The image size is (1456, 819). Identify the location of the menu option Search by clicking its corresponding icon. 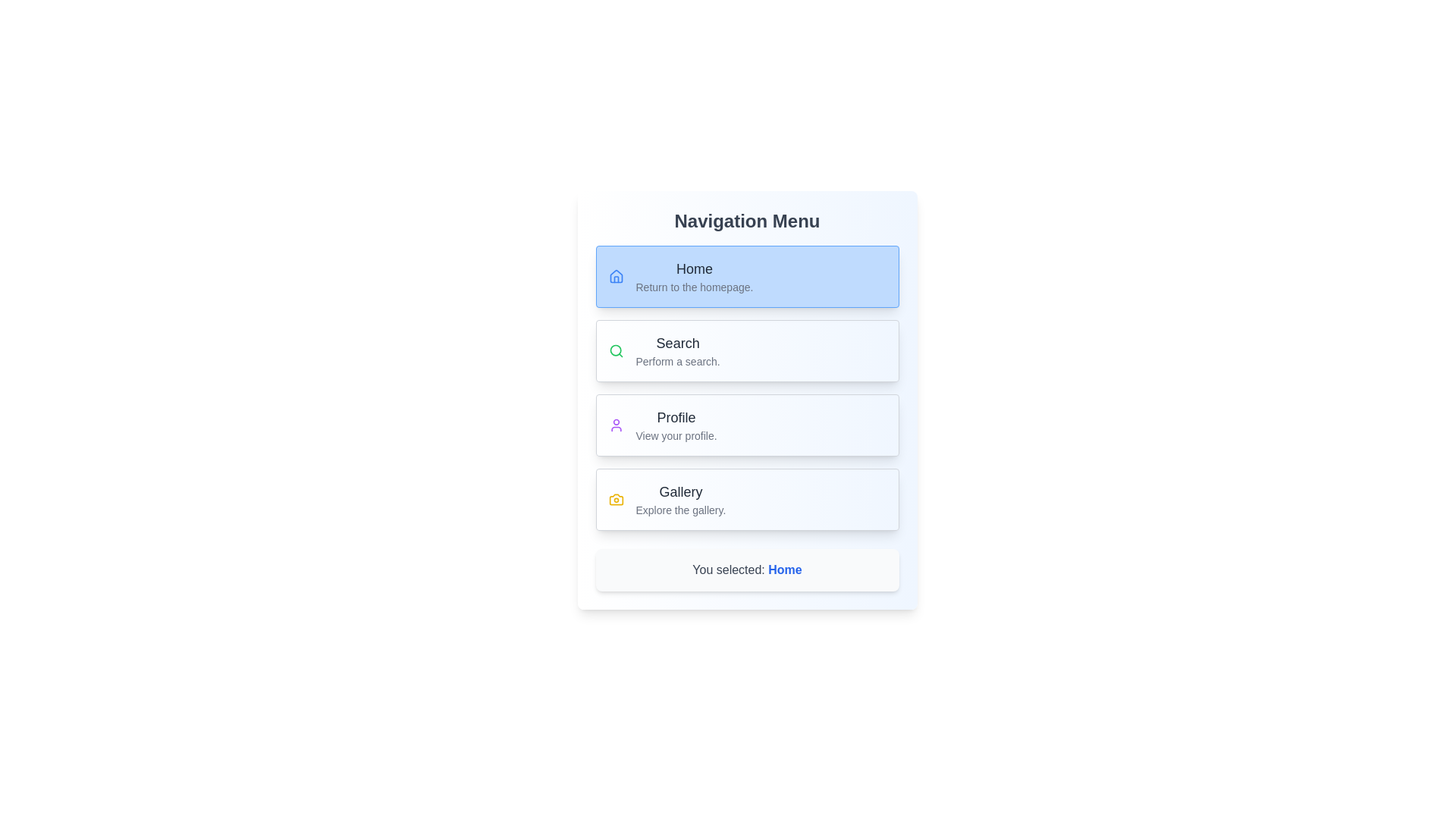
(616, 350).